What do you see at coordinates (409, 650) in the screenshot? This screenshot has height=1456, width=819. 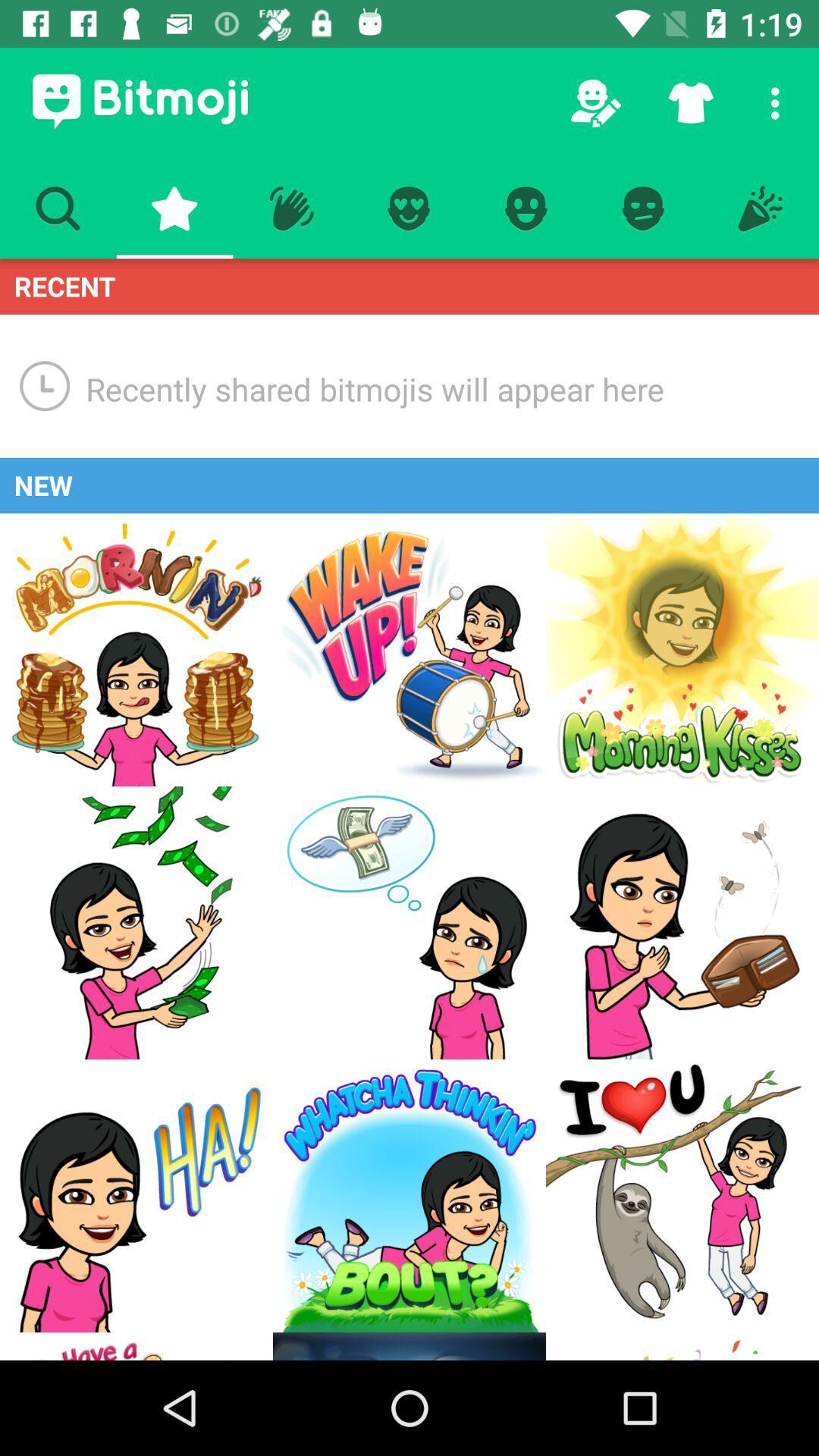 I see `wake up emoji` at bounding box center [409, 650].